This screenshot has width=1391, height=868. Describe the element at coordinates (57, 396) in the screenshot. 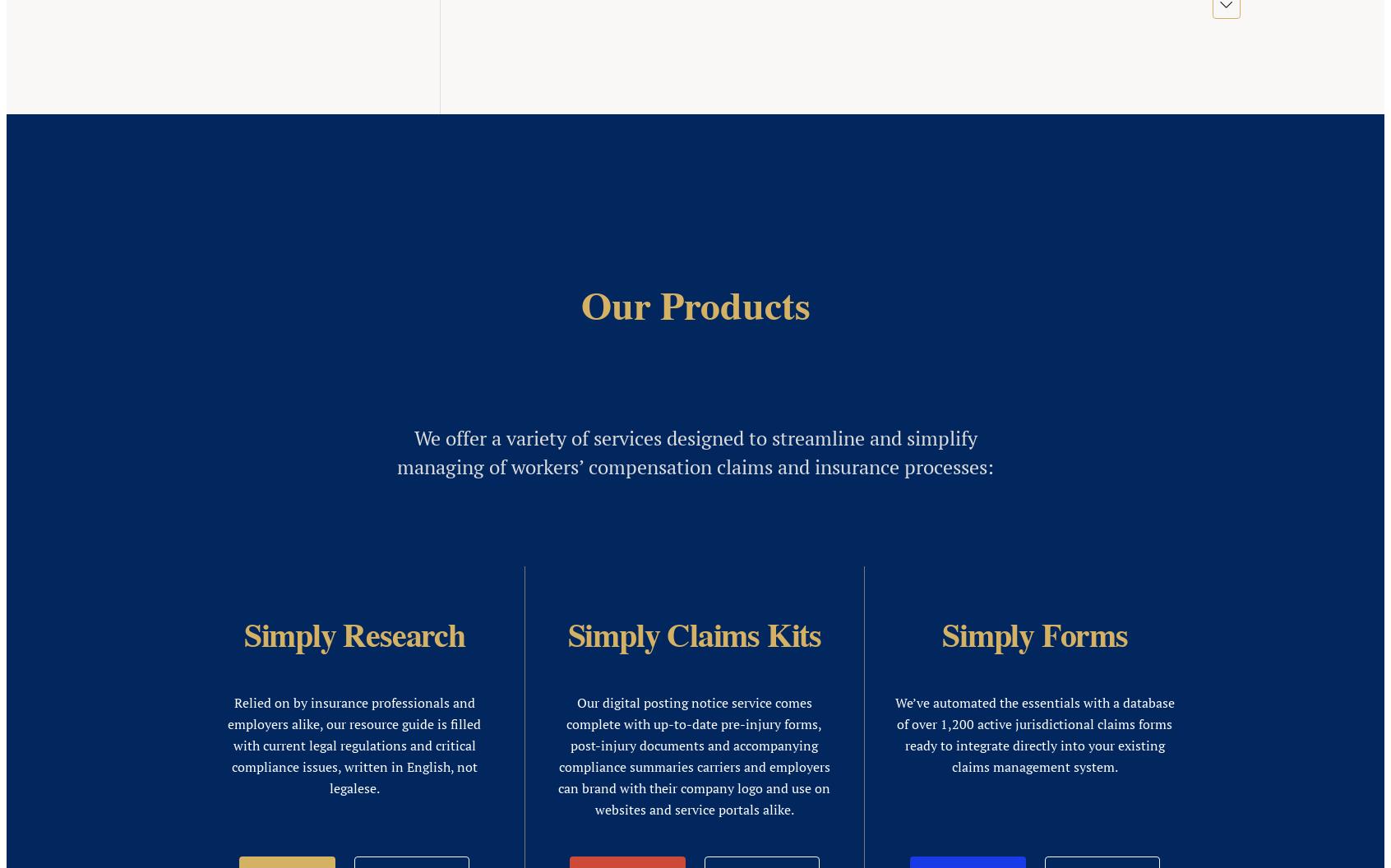

I see `'+1 (866) 927-2667'` at that location.